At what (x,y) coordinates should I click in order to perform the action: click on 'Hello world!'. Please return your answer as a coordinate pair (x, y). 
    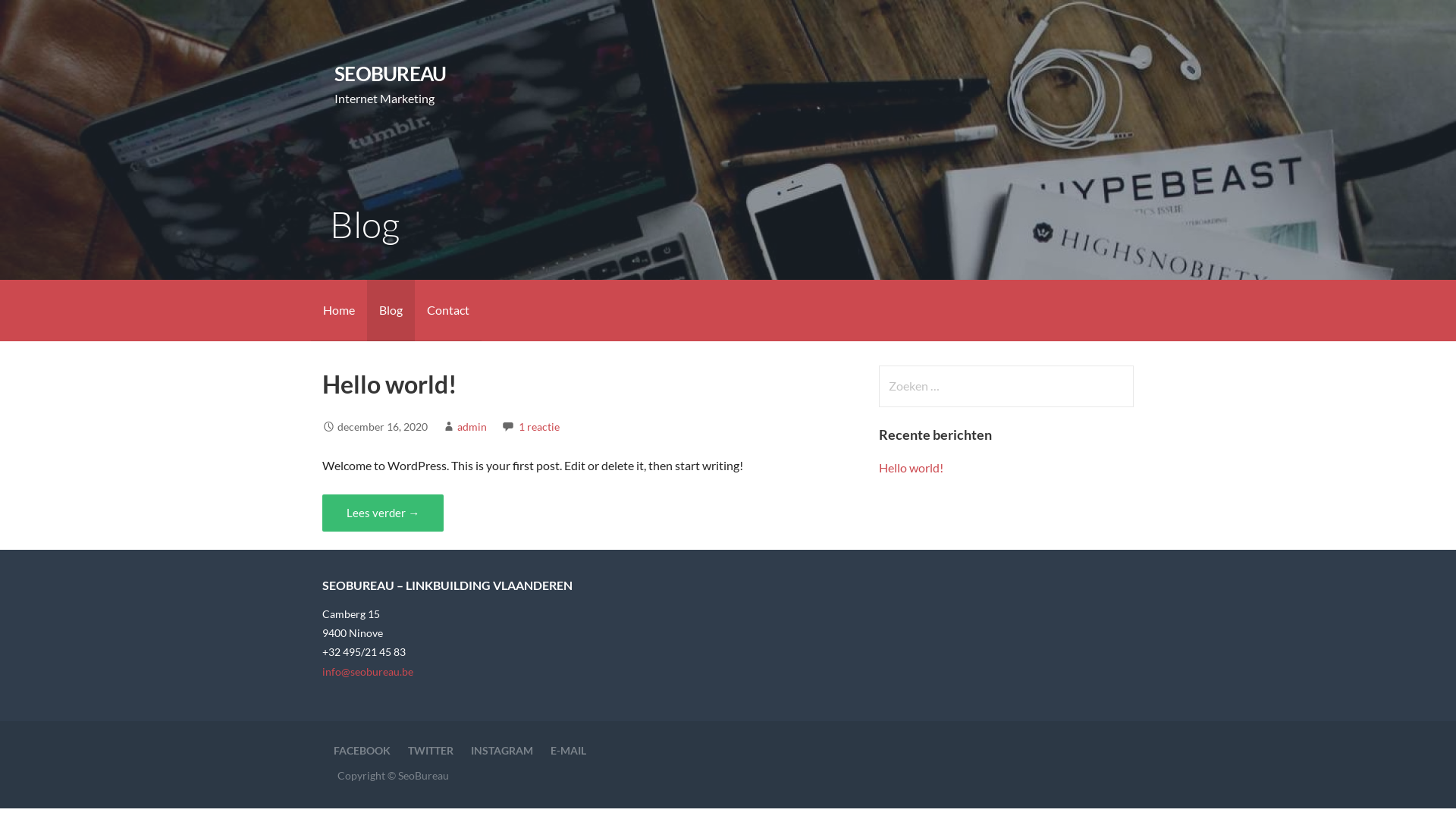
    Looking at the image, I should click on (389, 383).